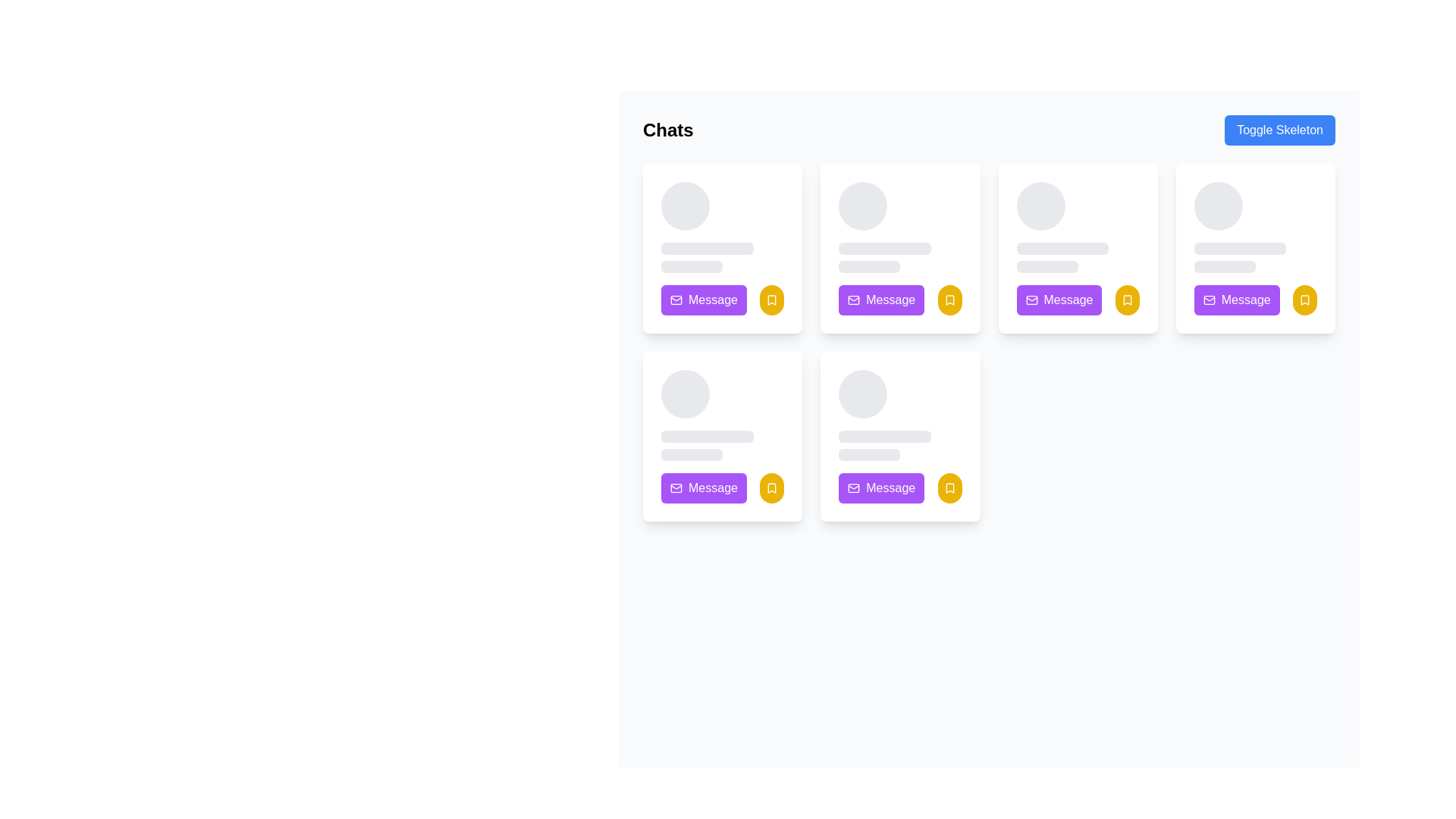 The height and width of the screenshot is (819, 1456). I want to click on the mail icon (SVG) component located inside the 'Message' button in the first card of the grid layout, which is purple and positioned in the lower left corner of the card, so click(676, 300).